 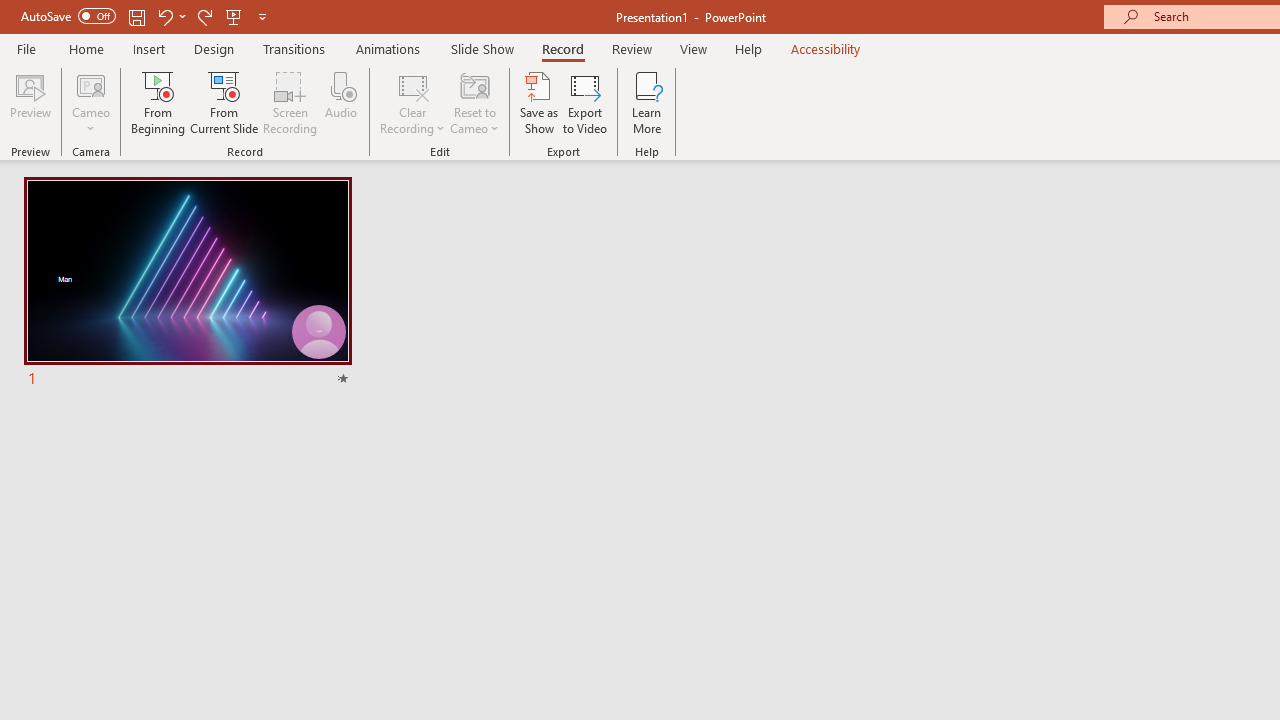 What do you see at coordinates (90, 84) in the screenshot?
I see `'Cameo'` at bounding box center [90, 84].